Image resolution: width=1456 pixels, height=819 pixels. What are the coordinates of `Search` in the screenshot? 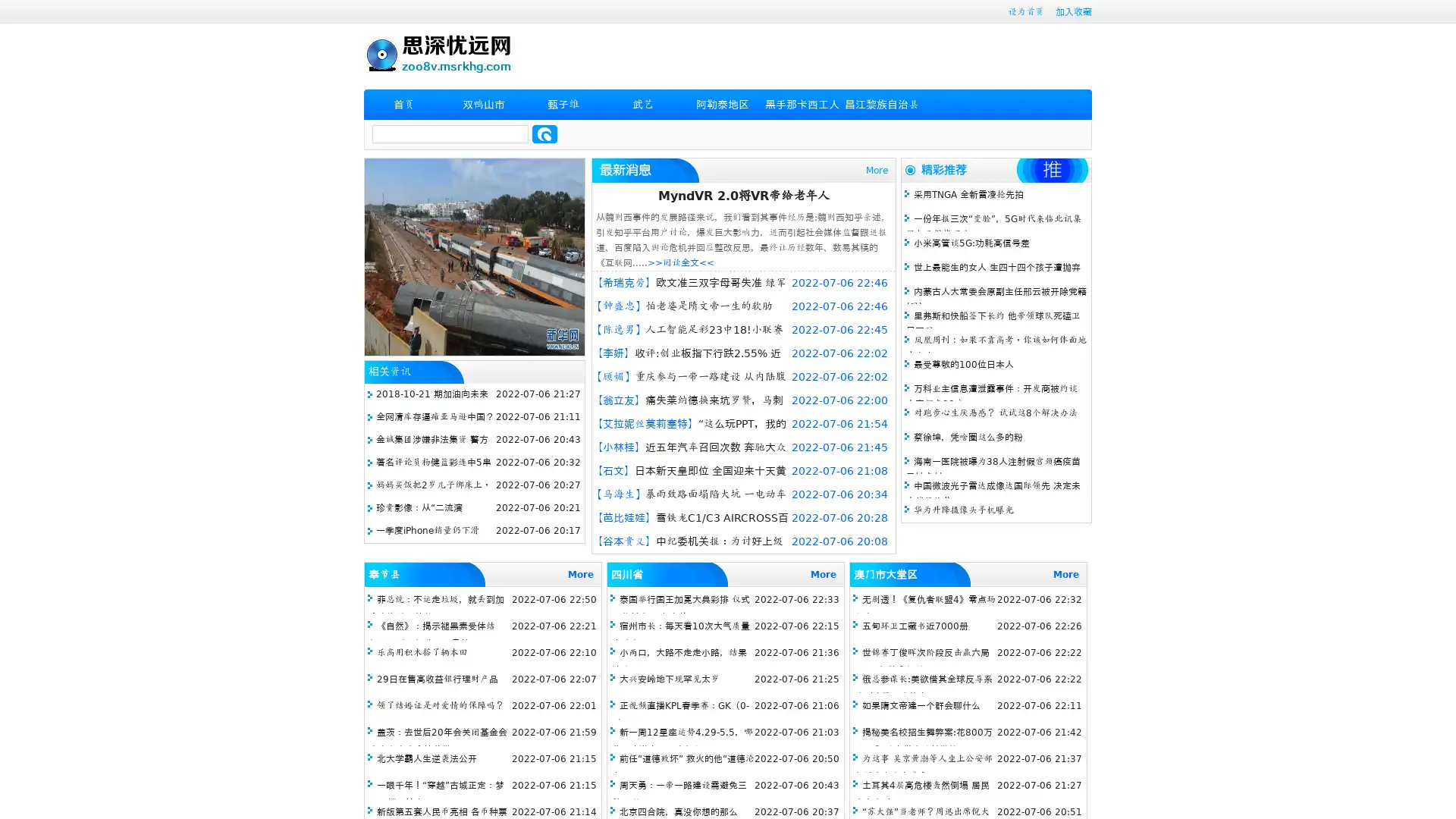 It's located at (544, 133).